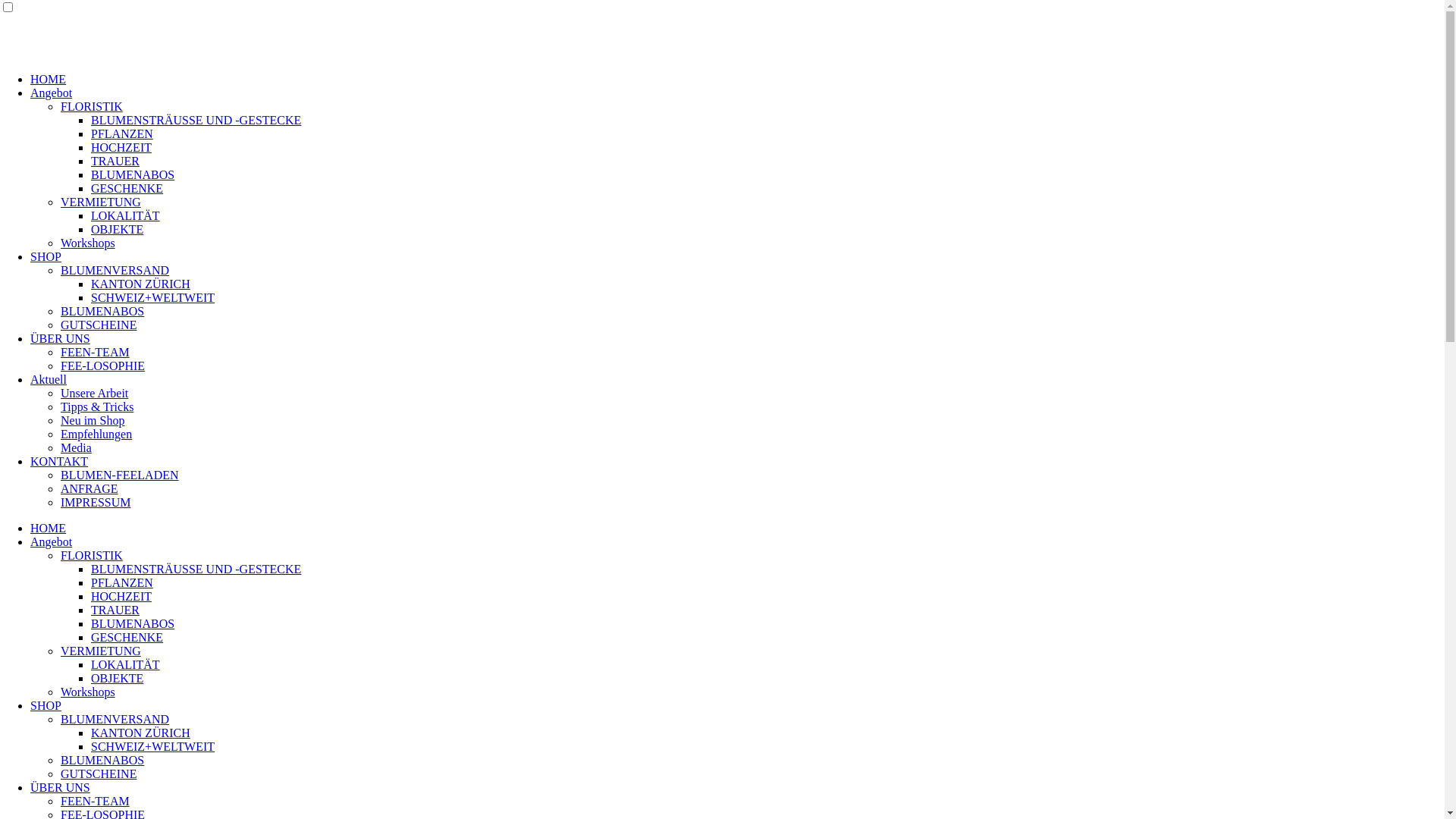 The image size is (1456, 819). Describe the element at coordinates (120, 147) in the screenshot. I see `'HOCHZEIT'` at that location.